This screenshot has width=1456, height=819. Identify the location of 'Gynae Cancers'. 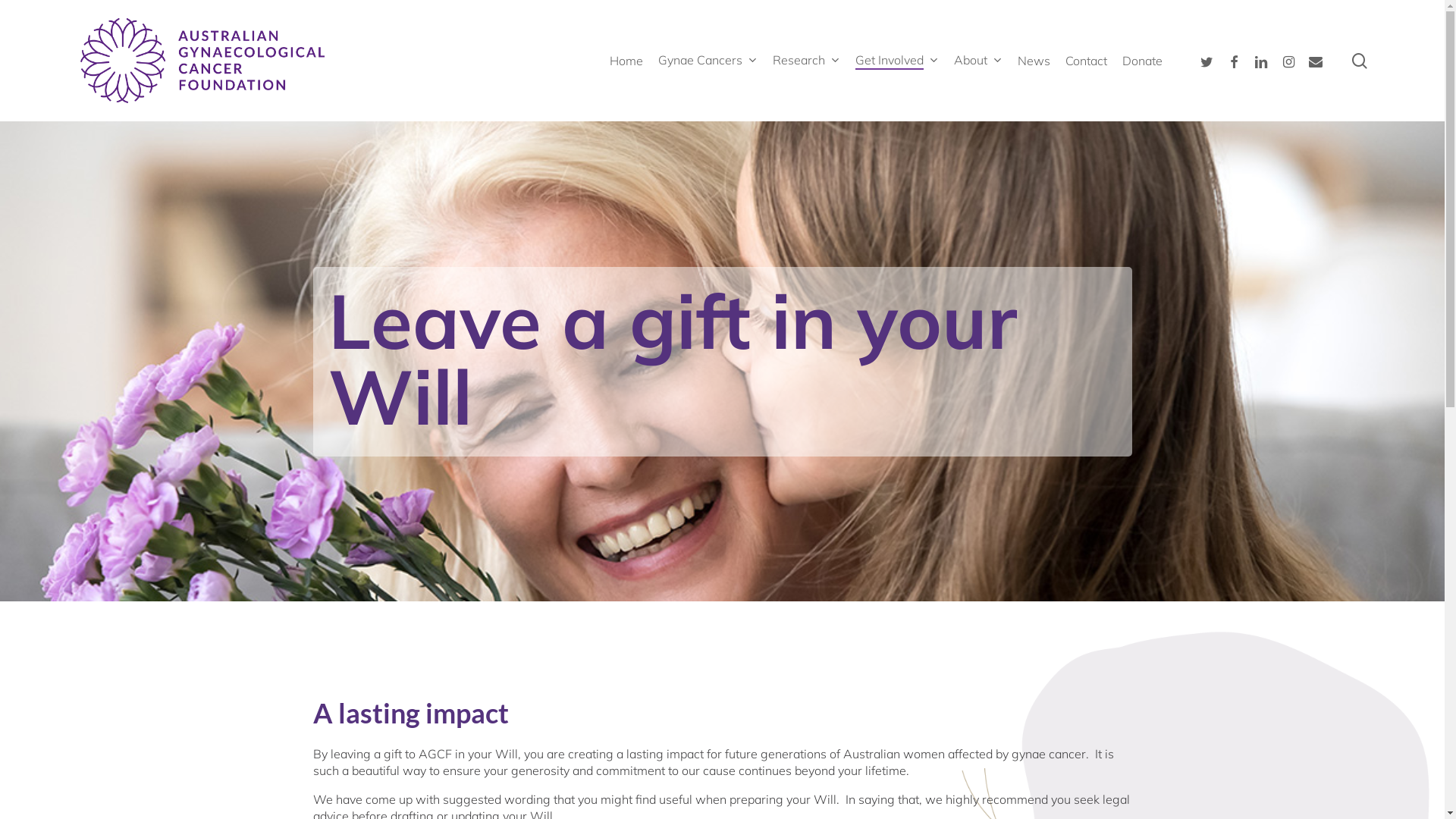
(658, 60).